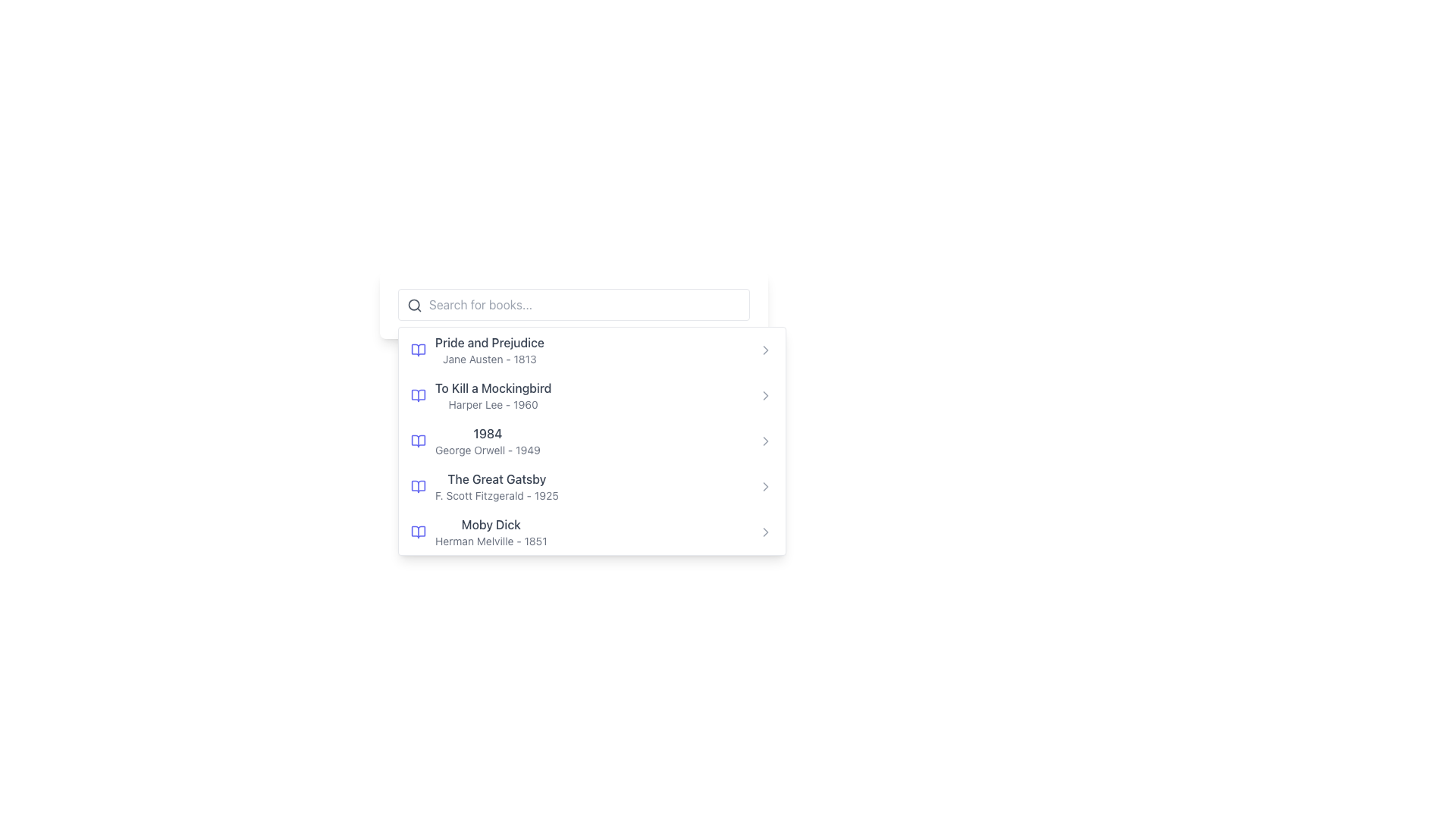 The image size is (1456, 819). What do you see at coordinates (765, 350) in the screenshot?
I see `the chevron icon to the right of the list item labeled 'Pride and Prejudice - Jane Austen - 1813'` at bounding box center [765, 350].